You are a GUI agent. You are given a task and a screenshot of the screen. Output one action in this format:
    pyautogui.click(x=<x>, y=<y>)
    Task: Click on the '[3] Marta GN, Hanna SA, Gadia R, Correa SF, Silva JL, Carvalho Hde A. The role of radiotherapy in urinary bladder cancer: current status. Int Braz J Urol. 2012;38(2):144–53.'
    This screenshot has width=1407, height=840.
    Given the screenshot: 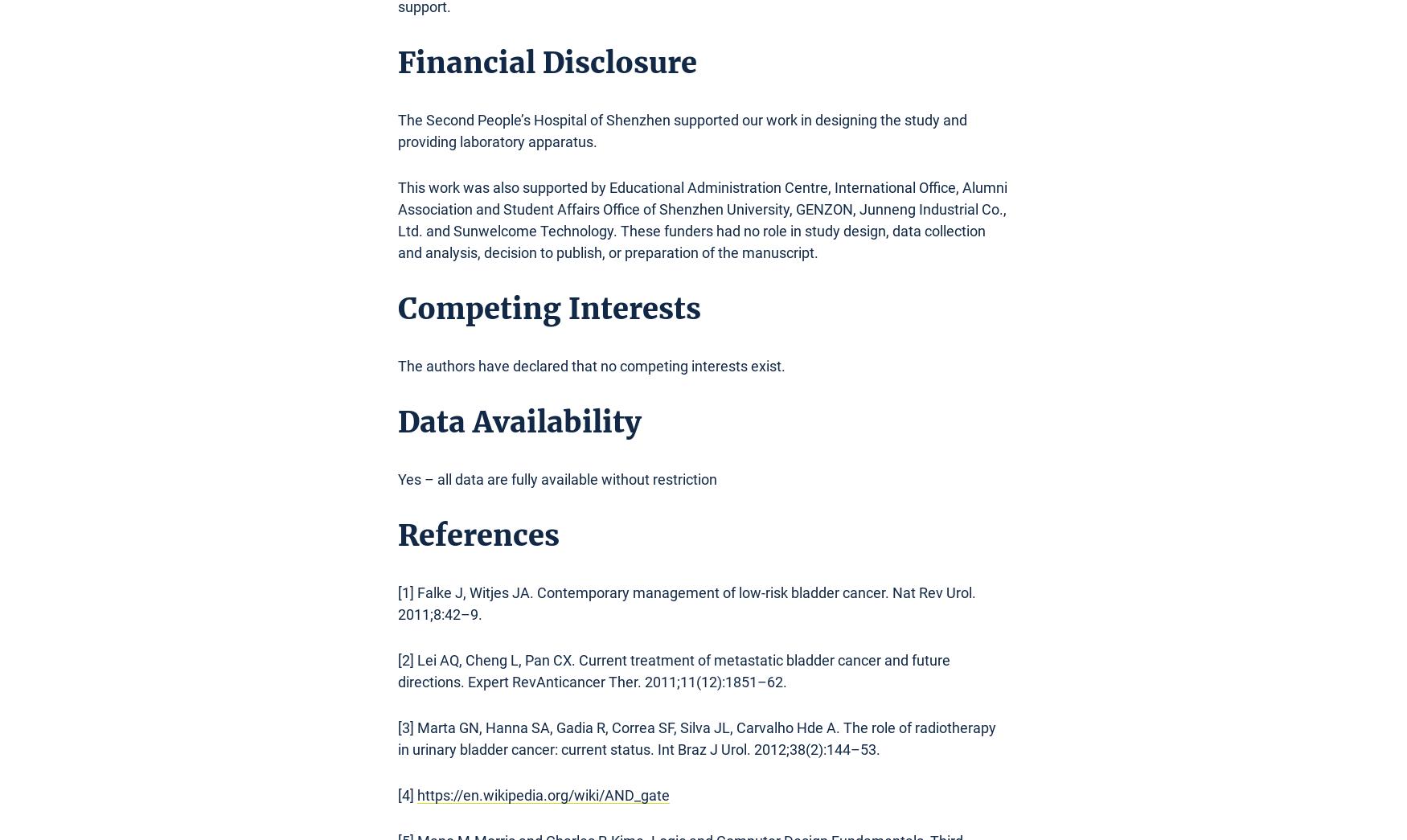 What is the action you would take?
    pyautogui.click(x=696, y=738)
    